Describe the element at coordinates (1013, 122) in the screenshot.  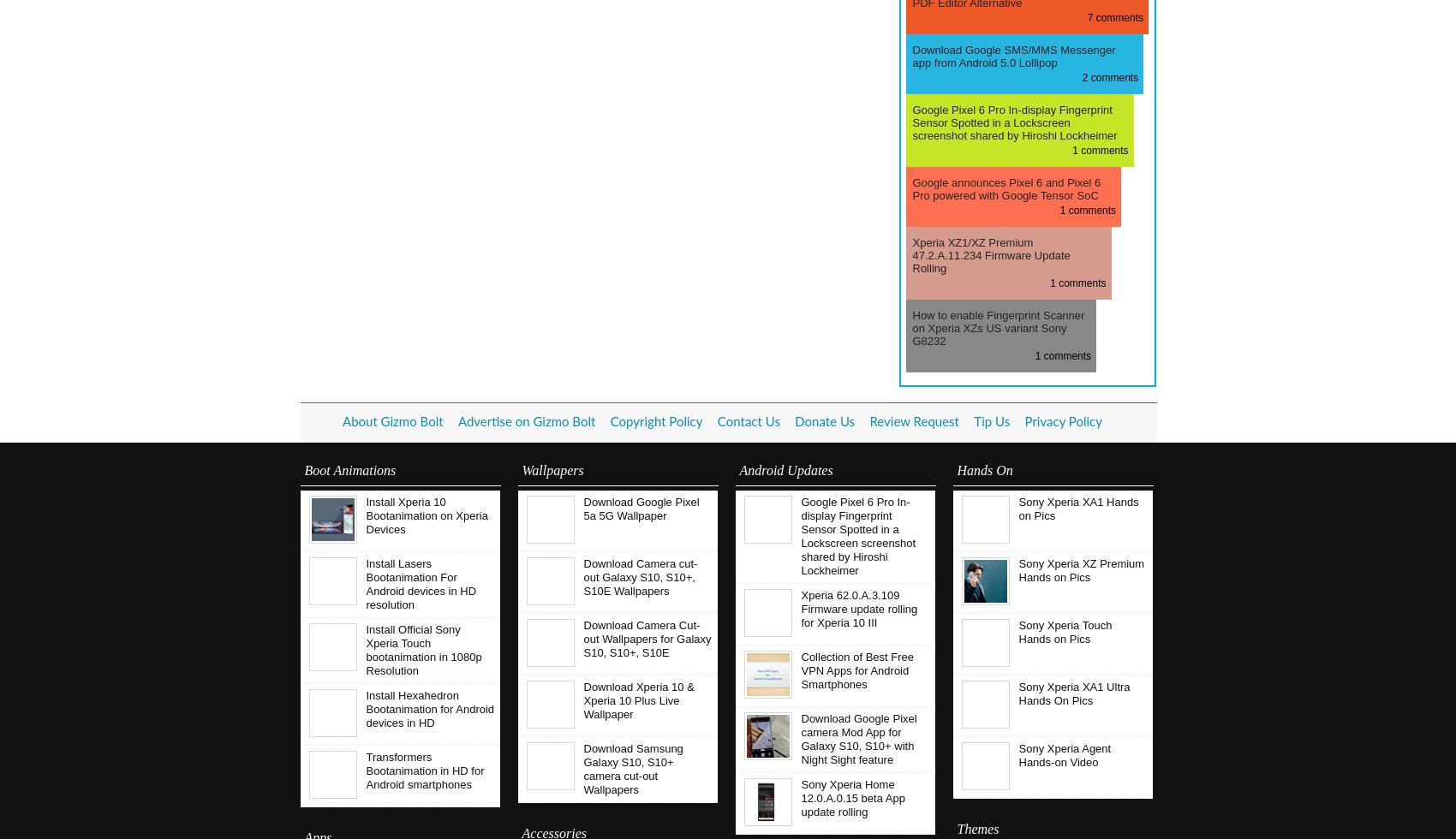
I see `'Google Pixel 6 Pro In-display Fingerprint Sensor Spotted in a Lockscreen screenshot shared by Hiroshi Lockheimer'` at that location.